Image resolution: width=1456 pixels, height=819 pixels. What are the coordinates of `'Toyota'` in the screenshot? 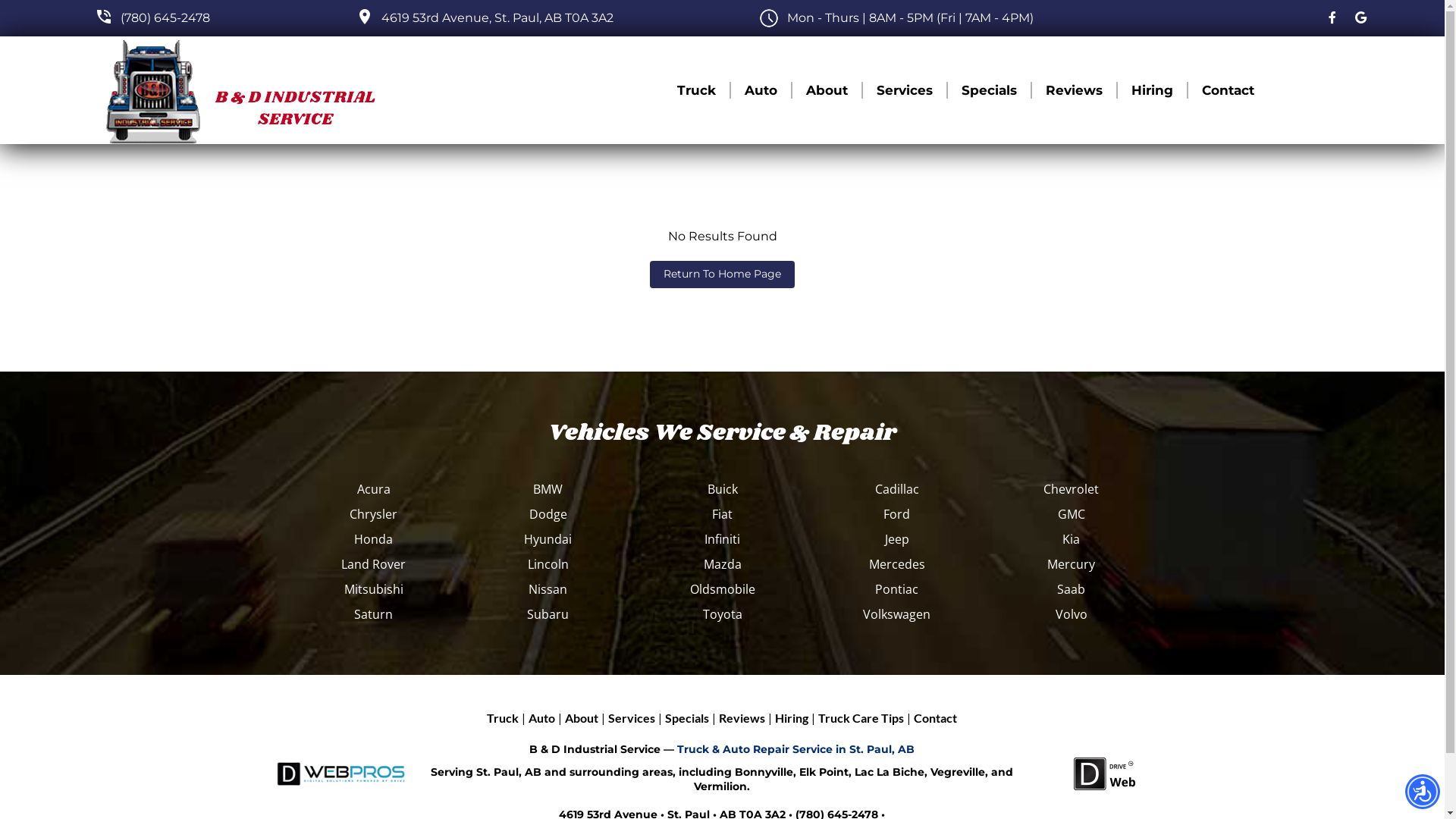 It's located at (722, 614).